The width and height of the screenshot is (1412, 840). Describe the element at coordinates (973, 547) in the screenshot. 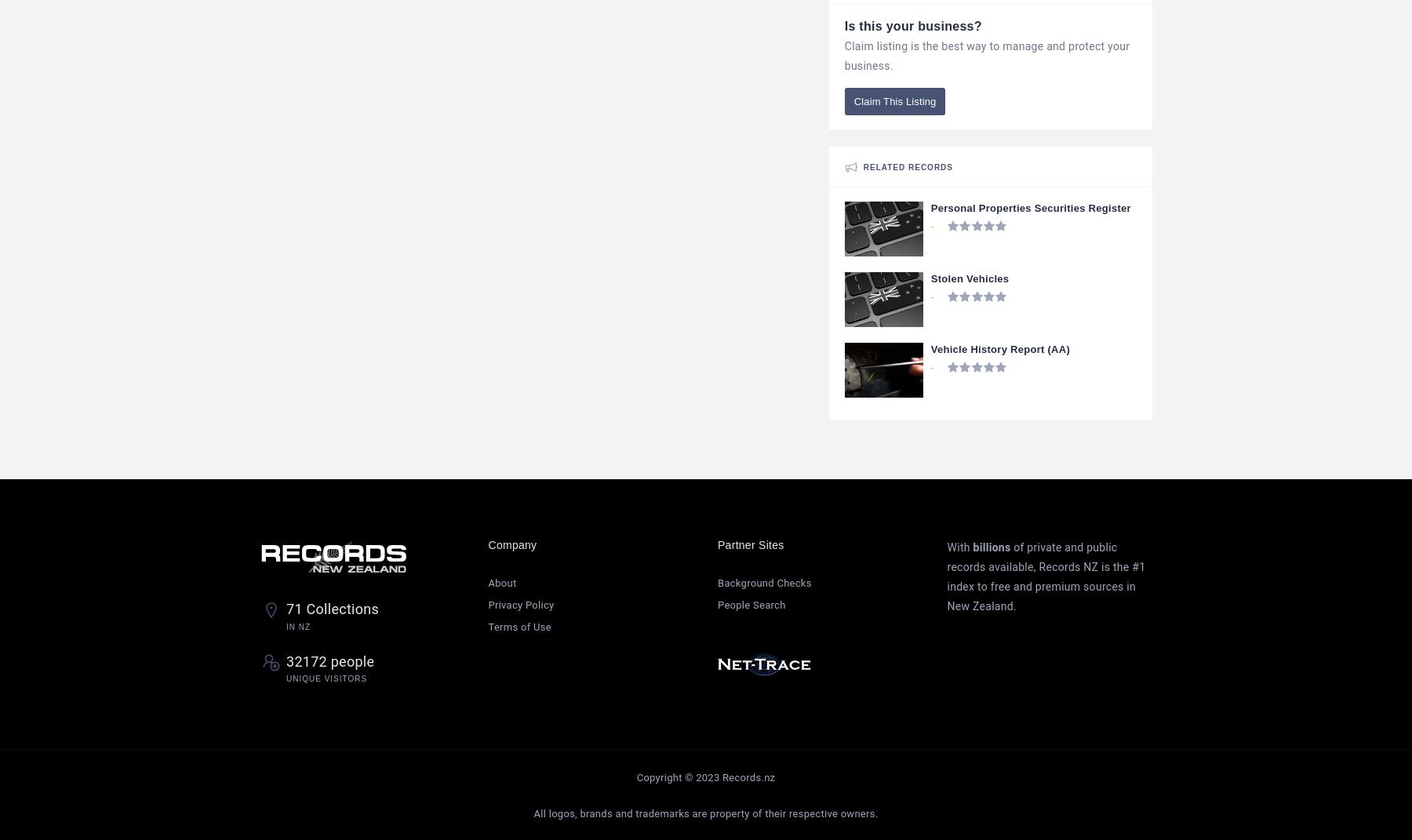

I see `'billions'` at that location.